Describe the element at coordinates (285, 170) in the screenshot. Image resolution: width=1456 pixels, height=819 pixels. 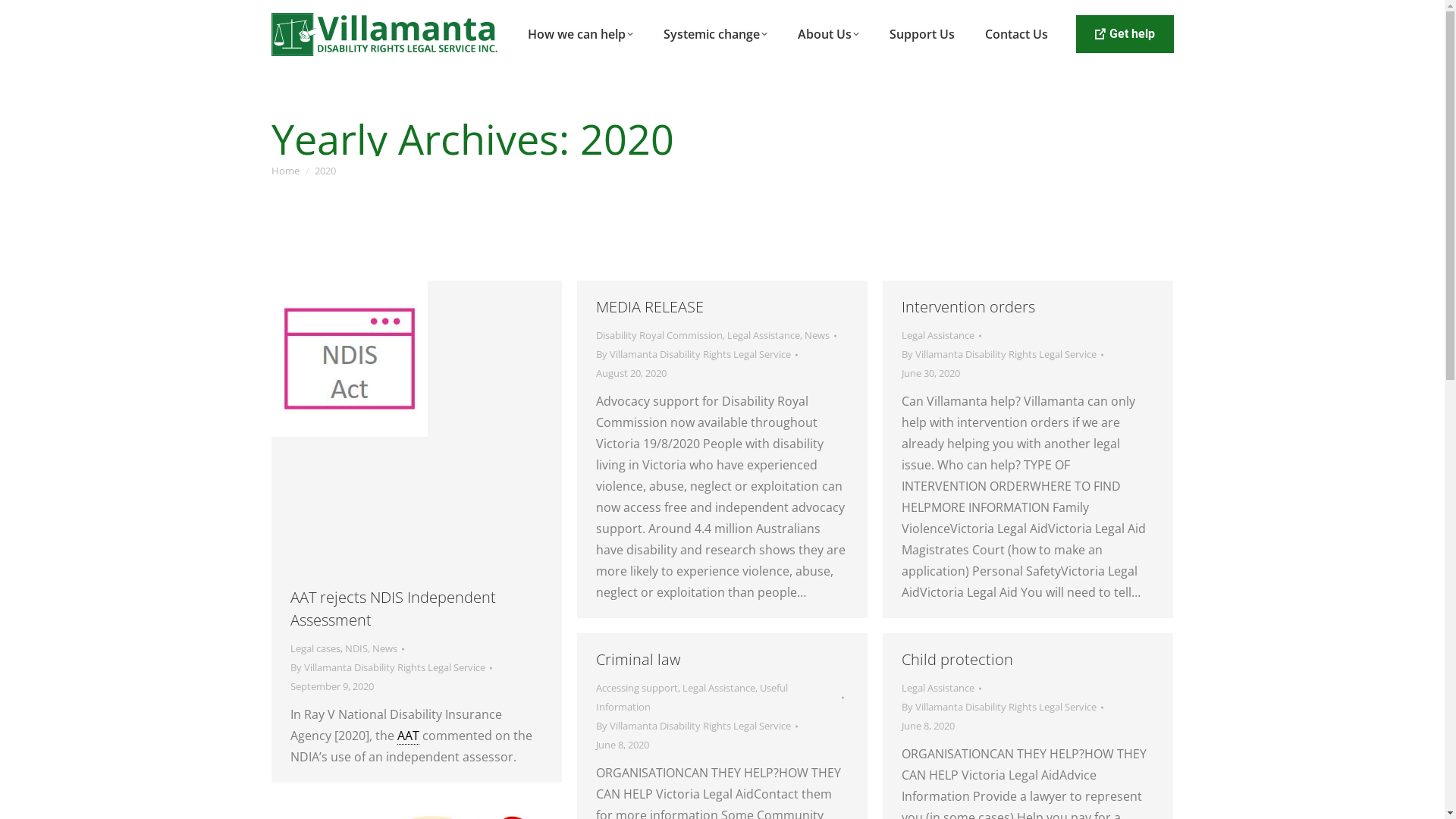
I see `'Home'` at that location.